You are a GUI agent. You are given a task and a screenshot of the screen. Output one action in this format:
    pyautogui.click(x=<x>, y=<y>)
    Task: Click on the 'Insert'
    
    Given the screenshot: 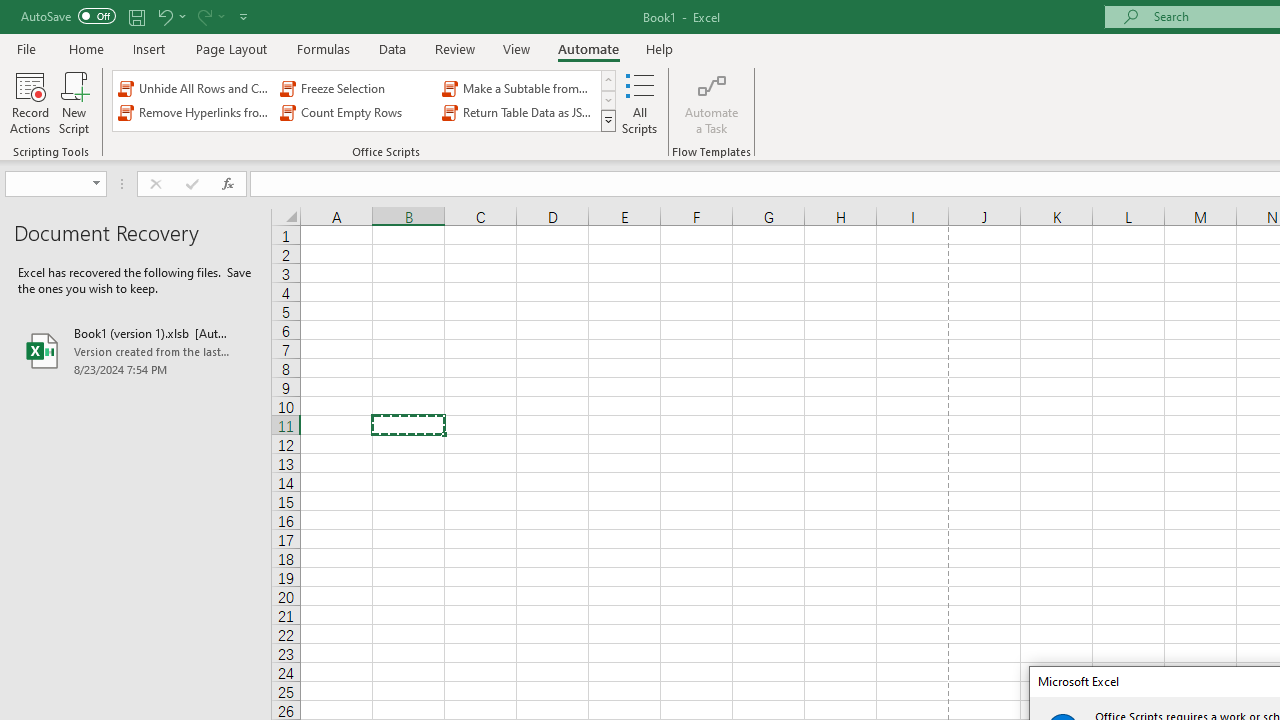 What is the action you would take?
    pyautogui.click(x=148, y=48)
    